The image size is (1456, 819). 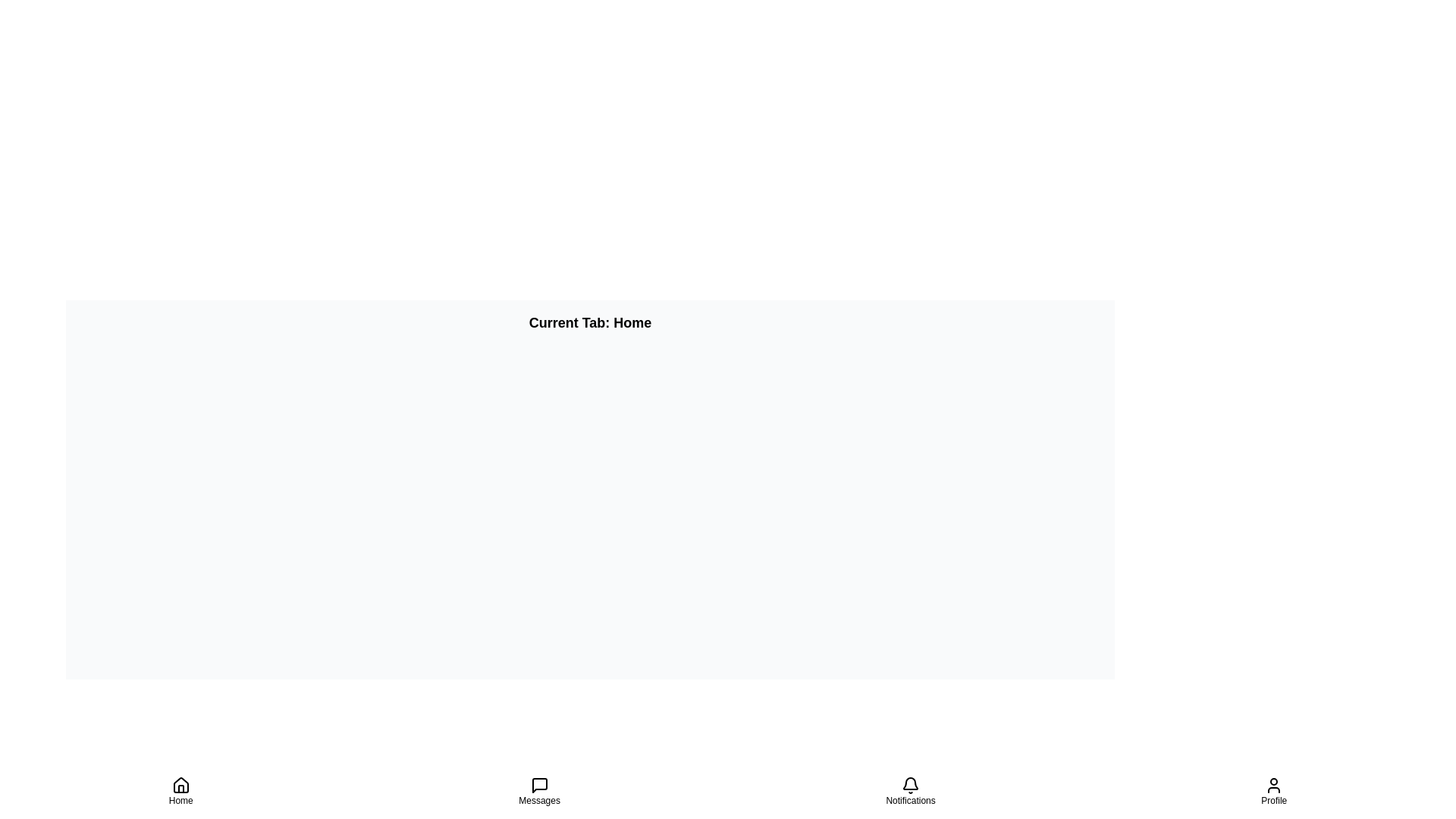 What do you see at coordinates (539, 791) in the screenshot?
I see `the 'Messages' button, which features a message bubble icon above the text label 'Messages', located in the bottom navigation bar` at bounding box center [539, 791].